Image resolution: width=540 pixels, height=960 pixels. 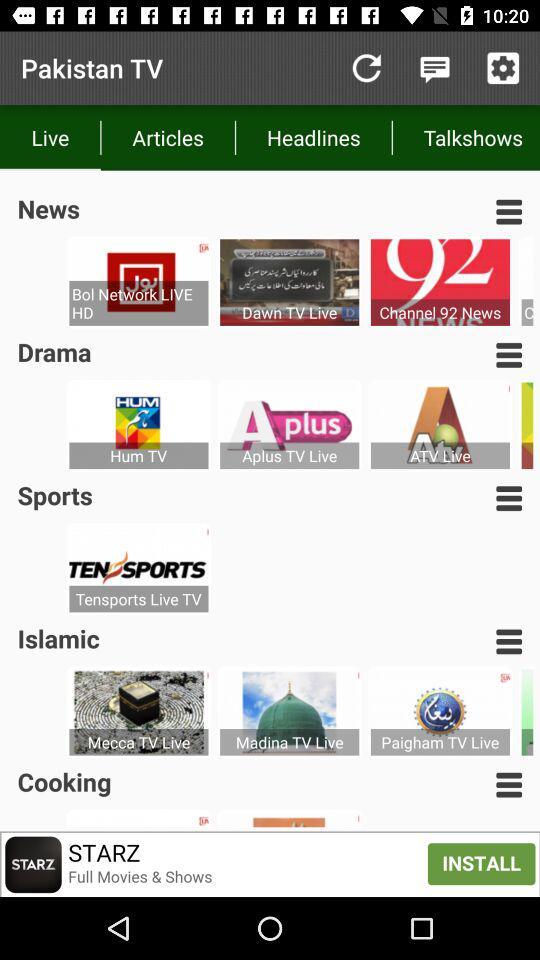 I want to click on something, so click(x=502, y=68).